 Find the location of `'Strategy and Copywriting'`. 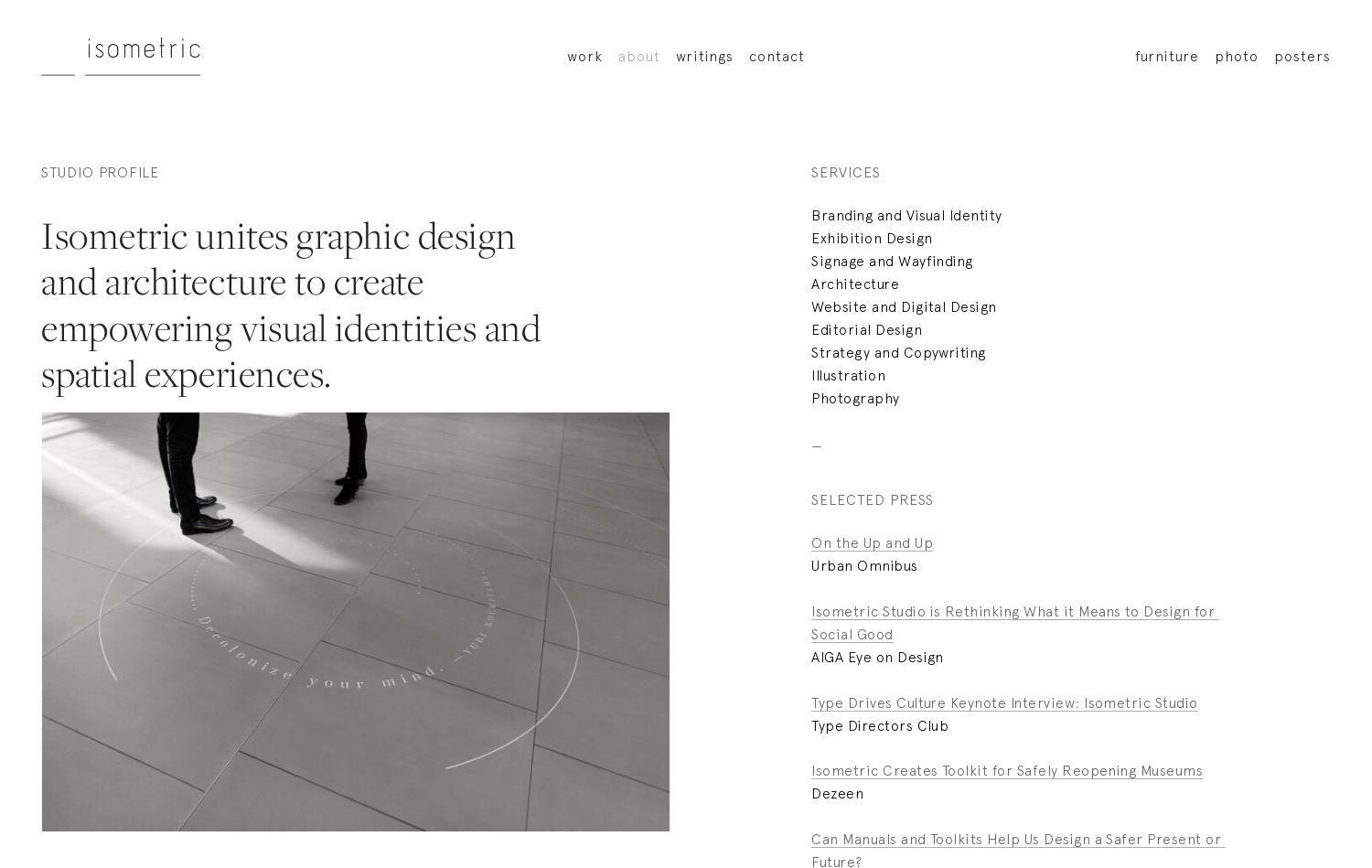

'Strategy and Copywriting' is located at coordinates (897, 350).